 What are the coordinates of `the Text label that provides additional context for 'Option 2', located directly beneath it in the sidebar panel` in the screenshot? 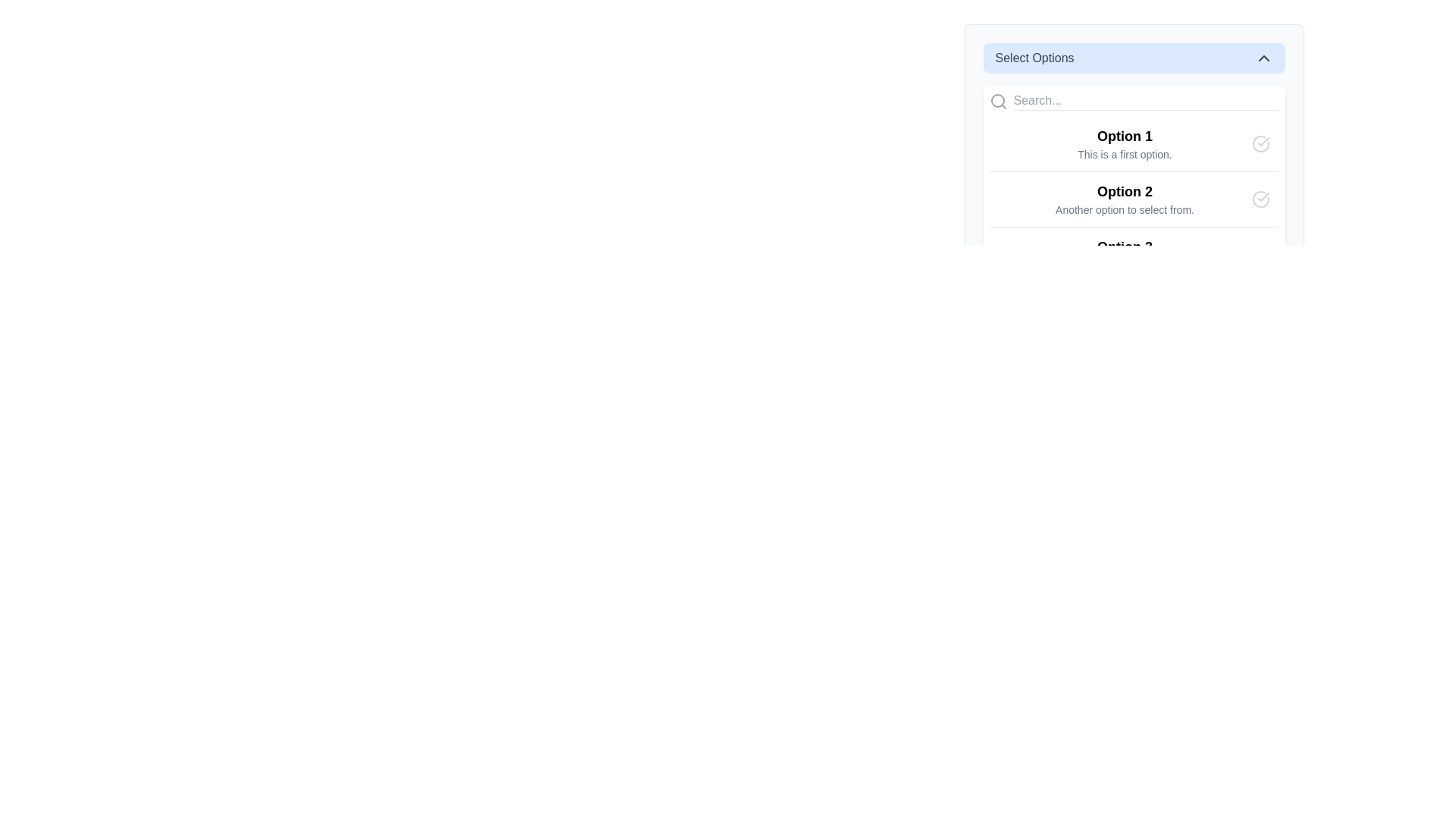 It's located at (1125, 210).